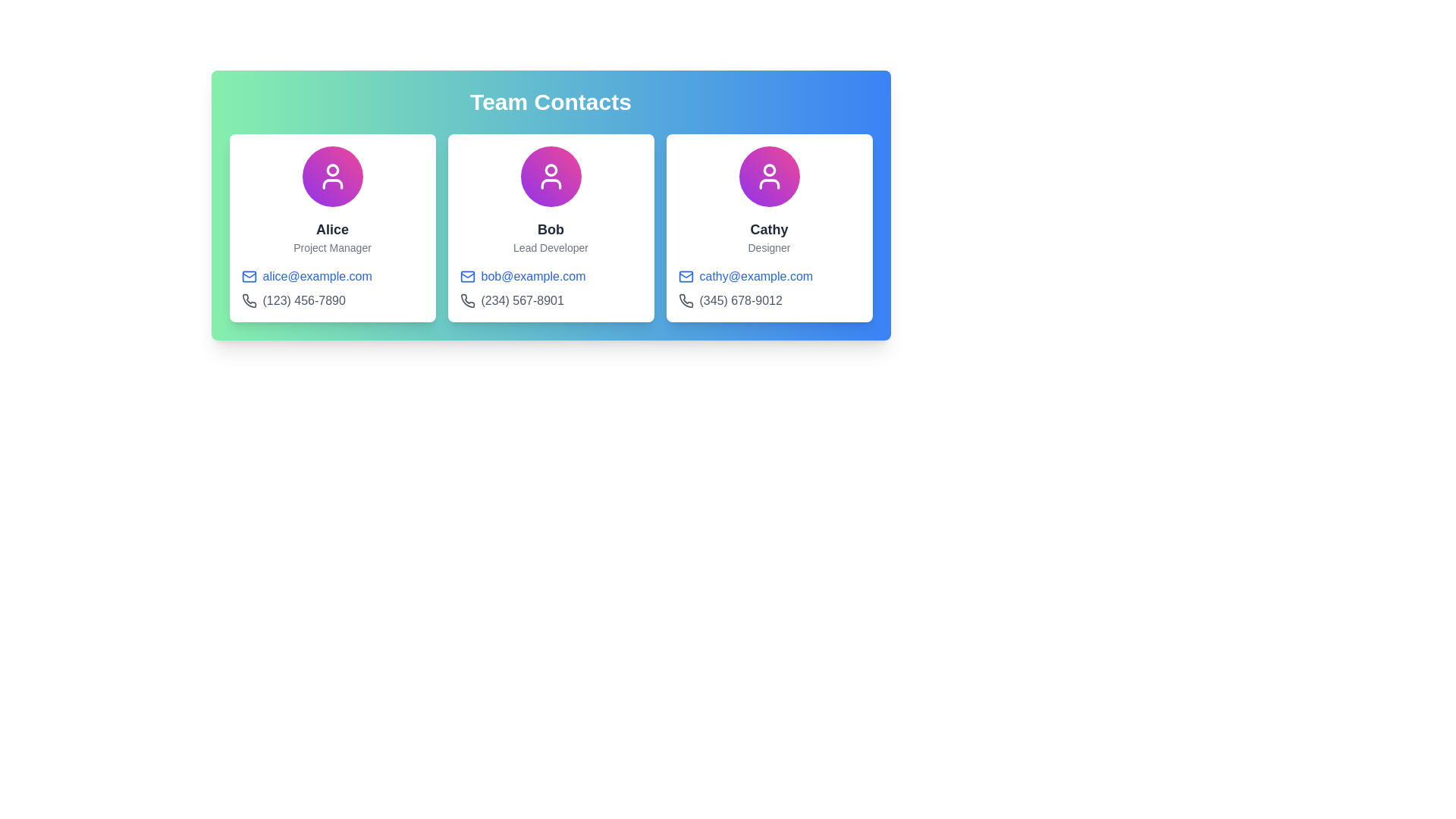 This screenshot has width=1456, height=819. What do you see at coordinates (756, 277) in the screenshot?
I see `the email hyperlink 'cathy@example.com'` at bounding box center [756, 277].